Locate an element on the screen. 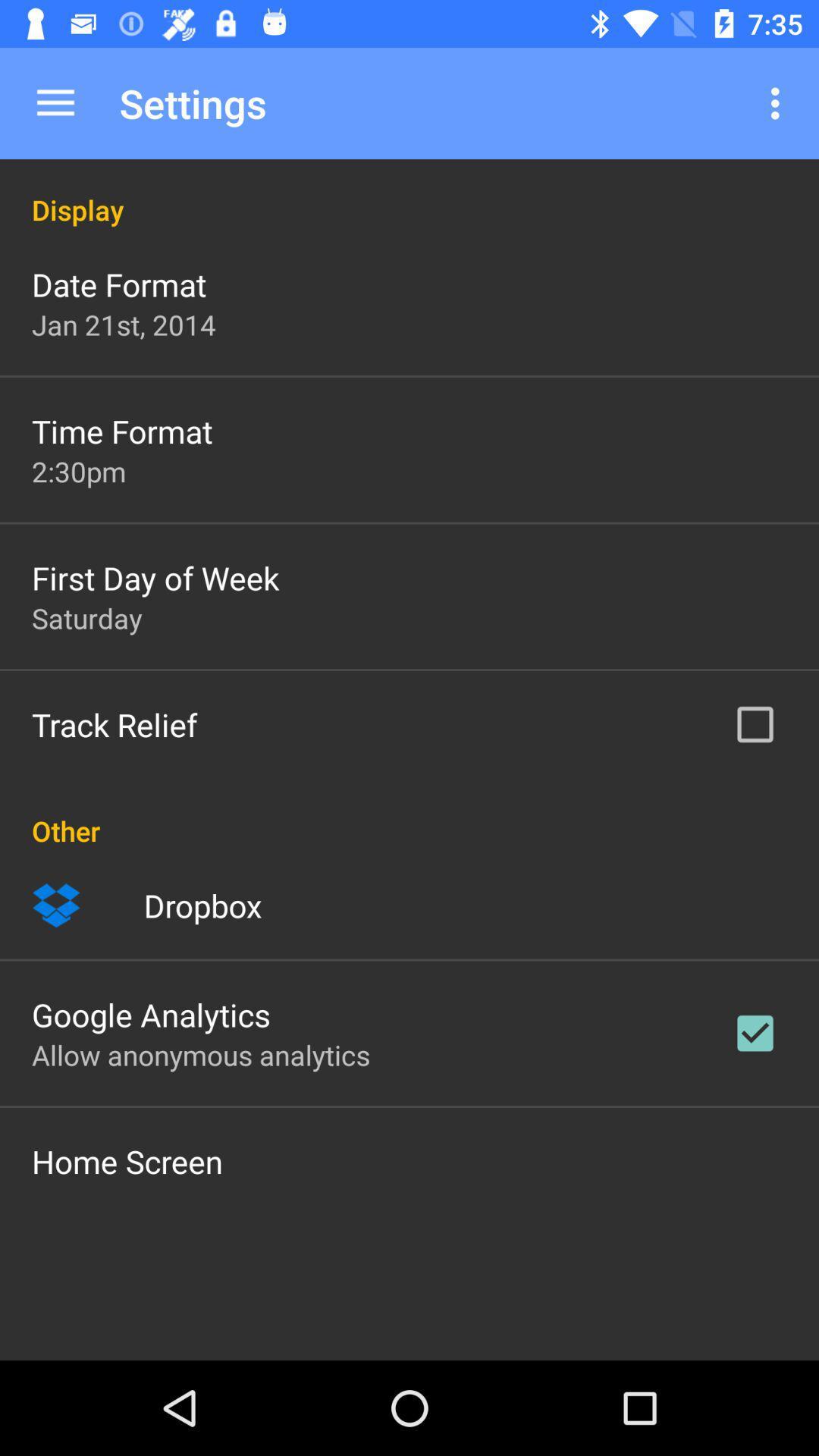  the item below the allow anonymous analytics is located at coordinates (127, 1160).